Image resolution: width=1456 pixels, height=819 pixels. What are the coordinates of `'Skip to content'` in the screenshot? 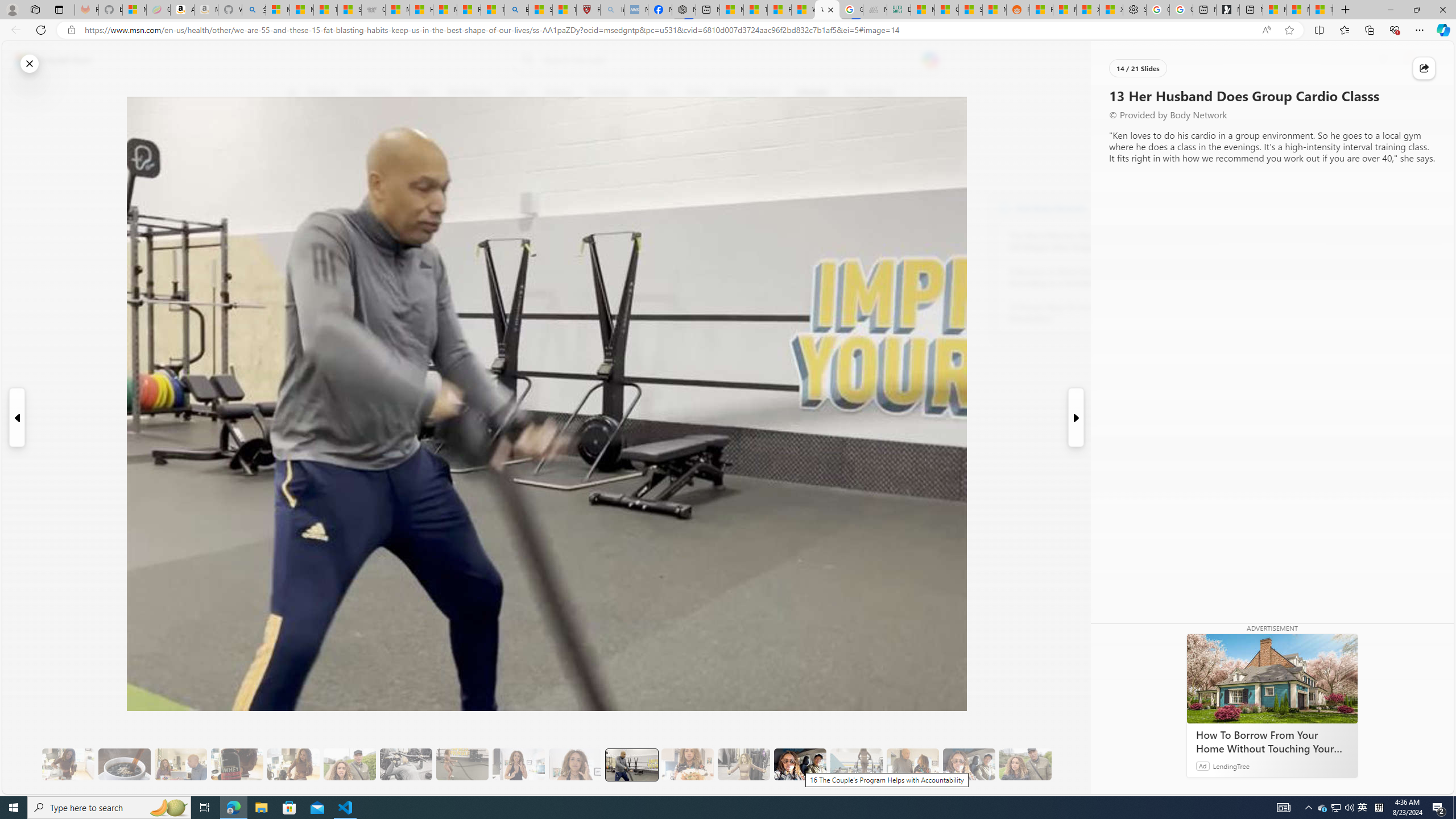 It's located at (49, 59).